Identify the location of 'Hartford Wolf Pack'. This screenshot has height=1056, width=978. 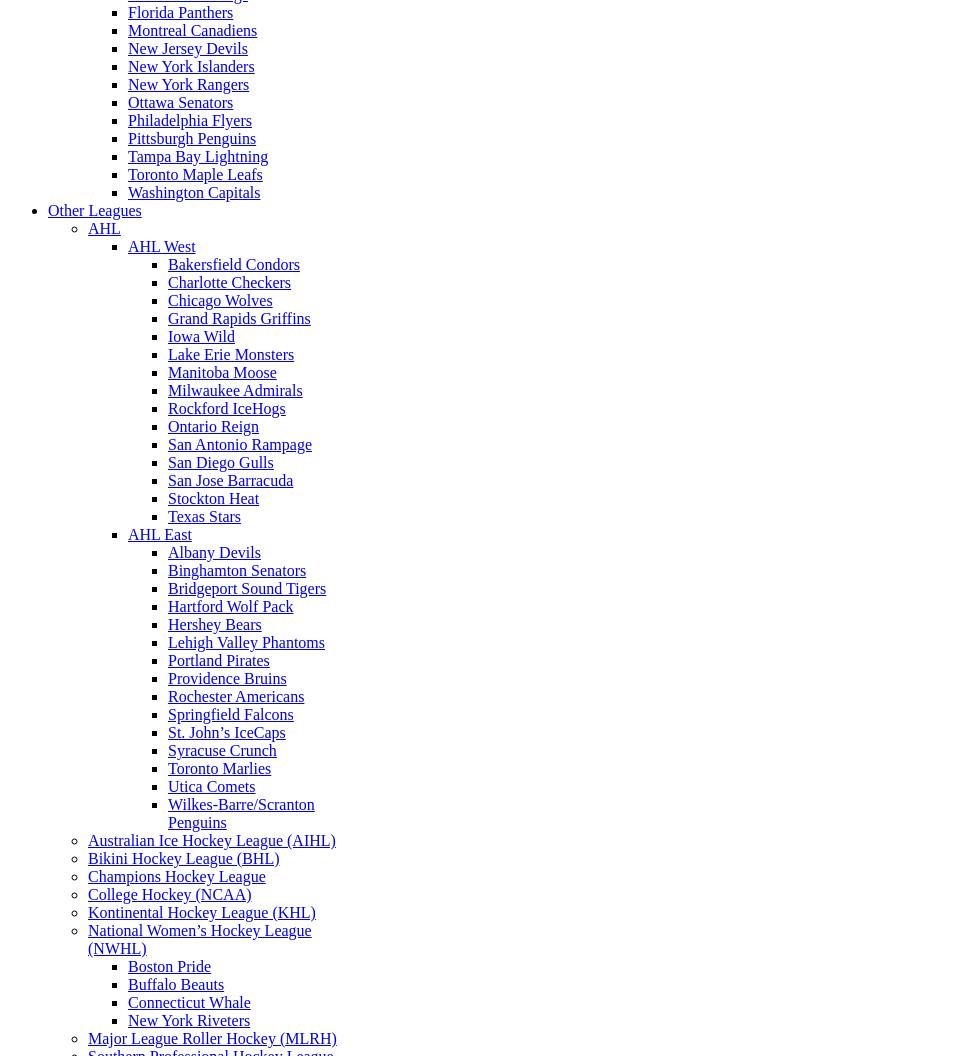
(230, 605).